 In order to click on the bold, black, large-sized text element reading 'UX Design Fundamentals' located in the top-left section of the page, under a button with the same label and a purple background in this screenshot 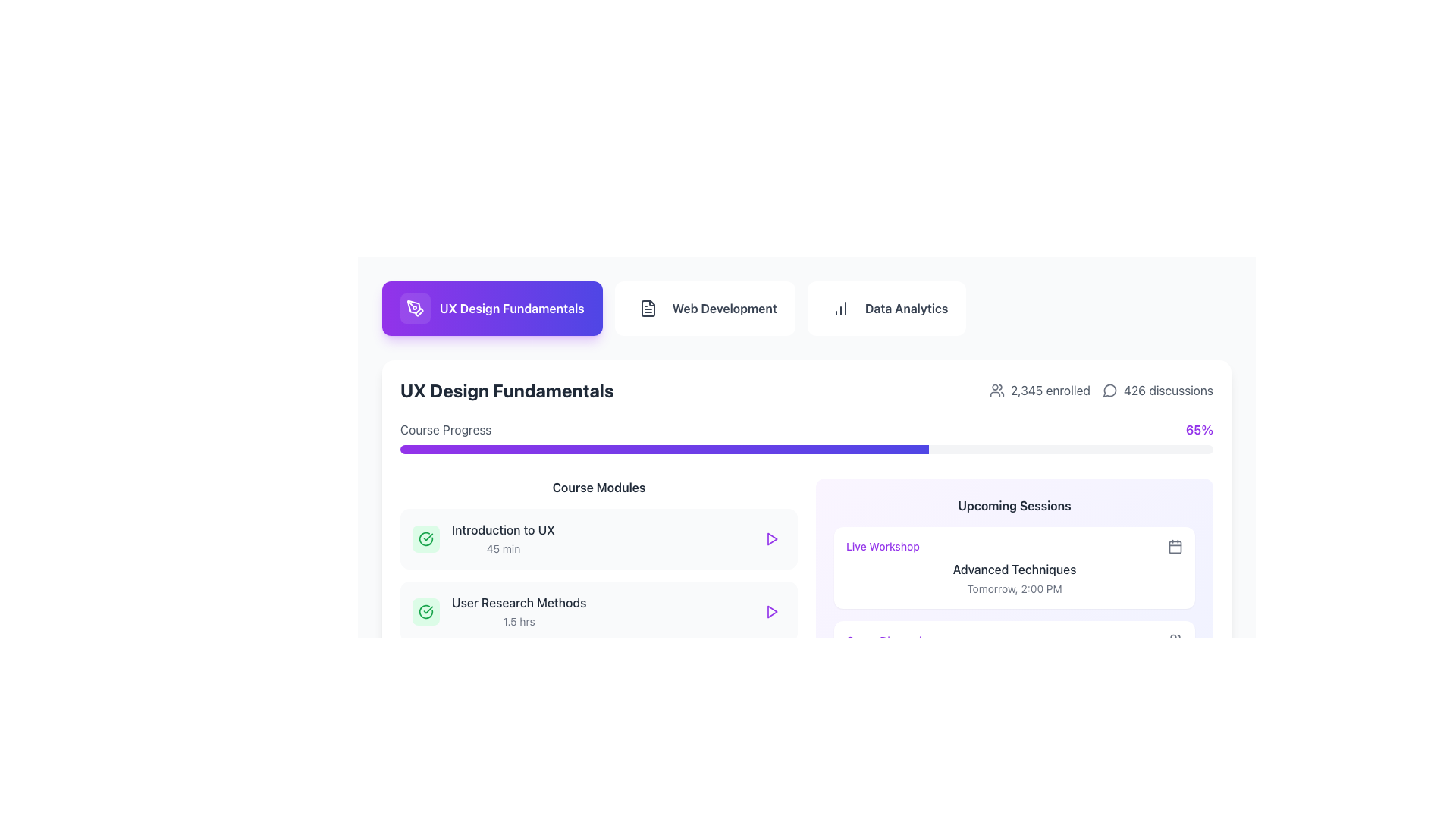, I will do `click(507, 390)`.